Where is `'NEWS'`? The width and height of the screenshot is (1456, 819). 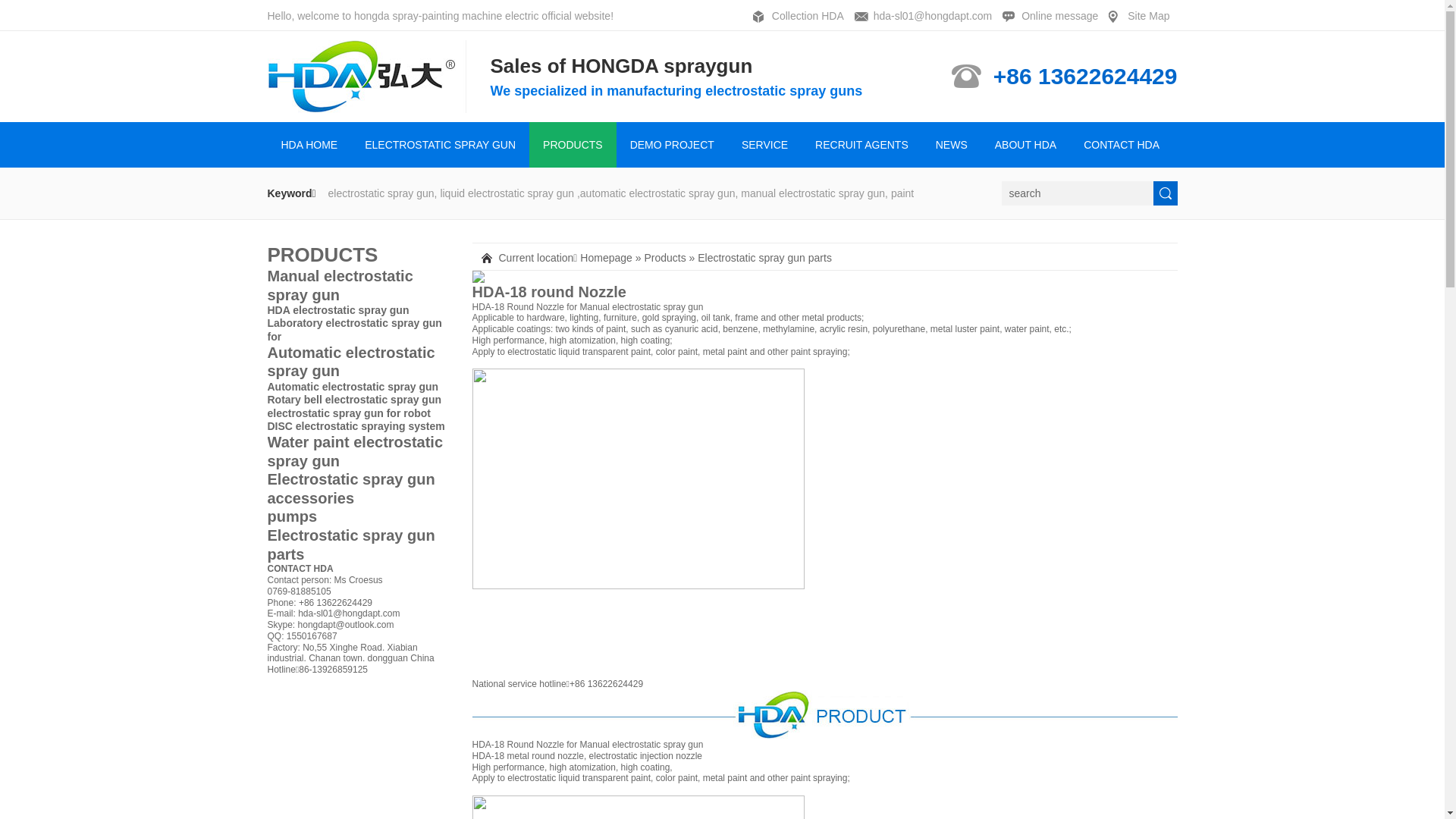
'NEWS' is located at coordinates (950, 145).